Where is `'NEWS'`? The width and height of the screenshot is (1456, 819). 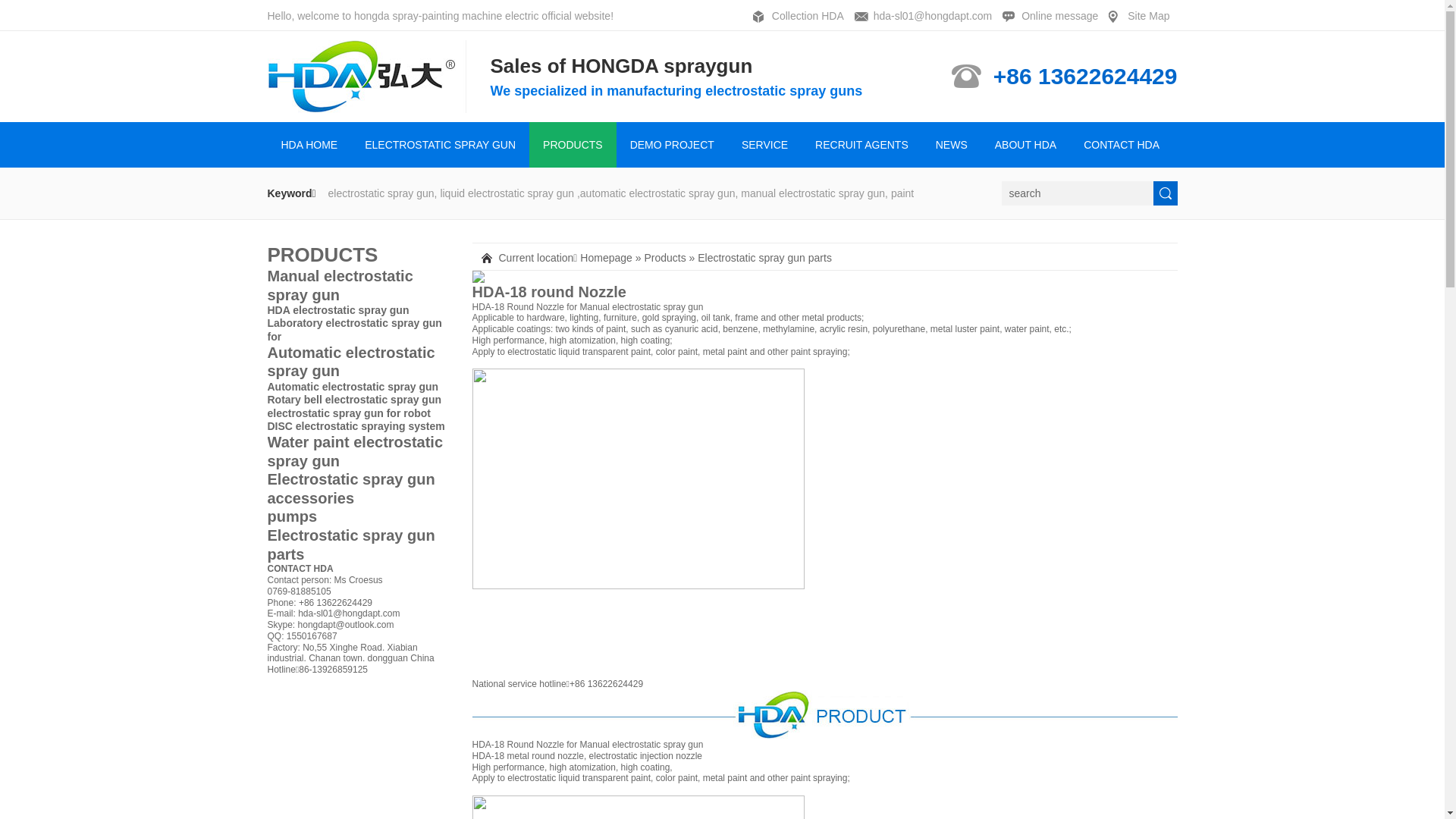
'NEWS' is located at coordinates (950, 145).